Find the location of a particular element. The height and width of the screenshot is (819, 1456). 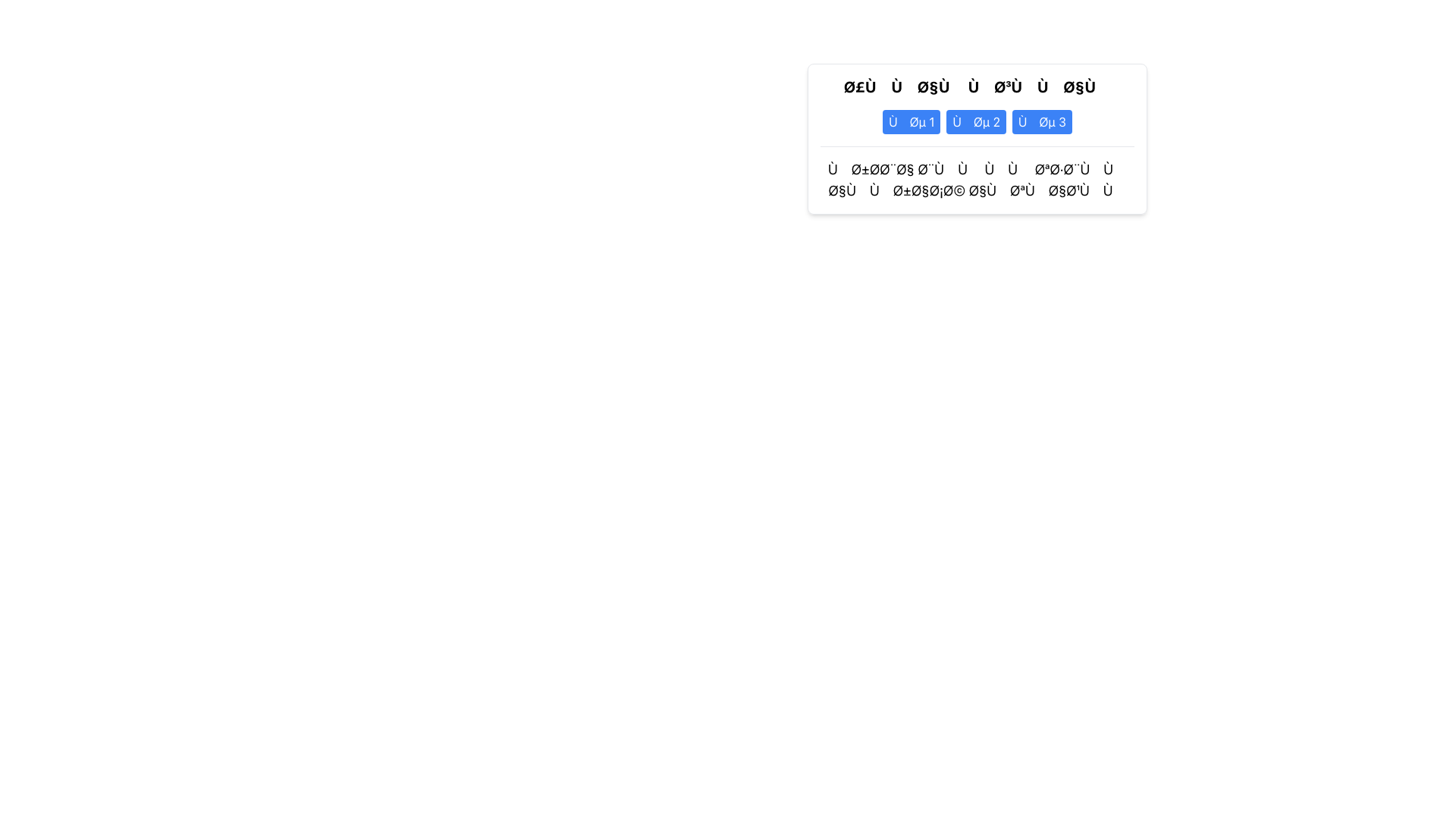

the middle button located between the buttons labeled 'Ùµ 1' and 'Ùµ 3' is located at coordinates (976, 121).